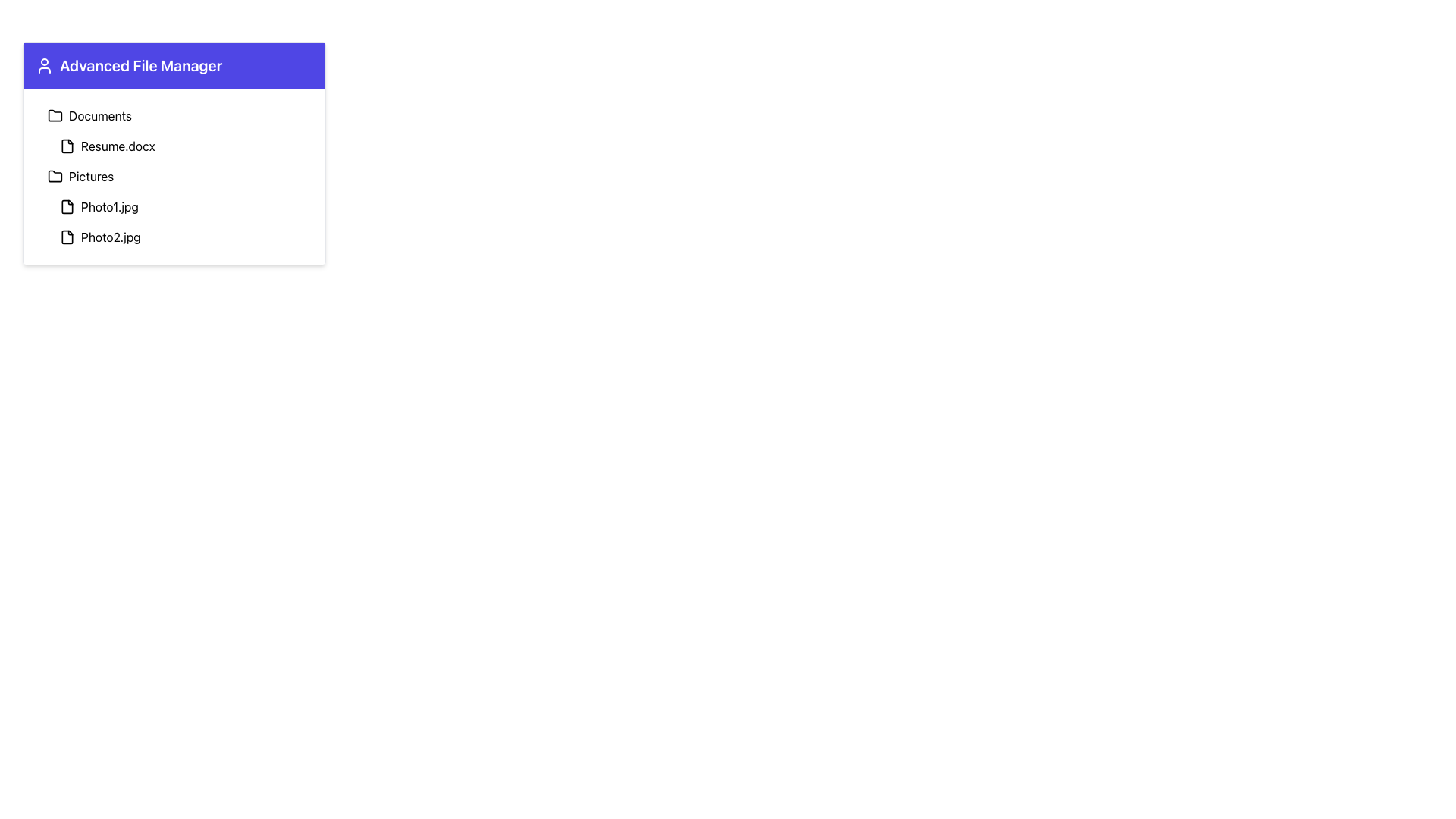 The width and height of the screenshot is (1456, 819). Describe the element at coordinates (174, 175) in the screenshot. I see `the list item representing the folder entry labeled 'Pictures' for keyboard interaction` at that location.